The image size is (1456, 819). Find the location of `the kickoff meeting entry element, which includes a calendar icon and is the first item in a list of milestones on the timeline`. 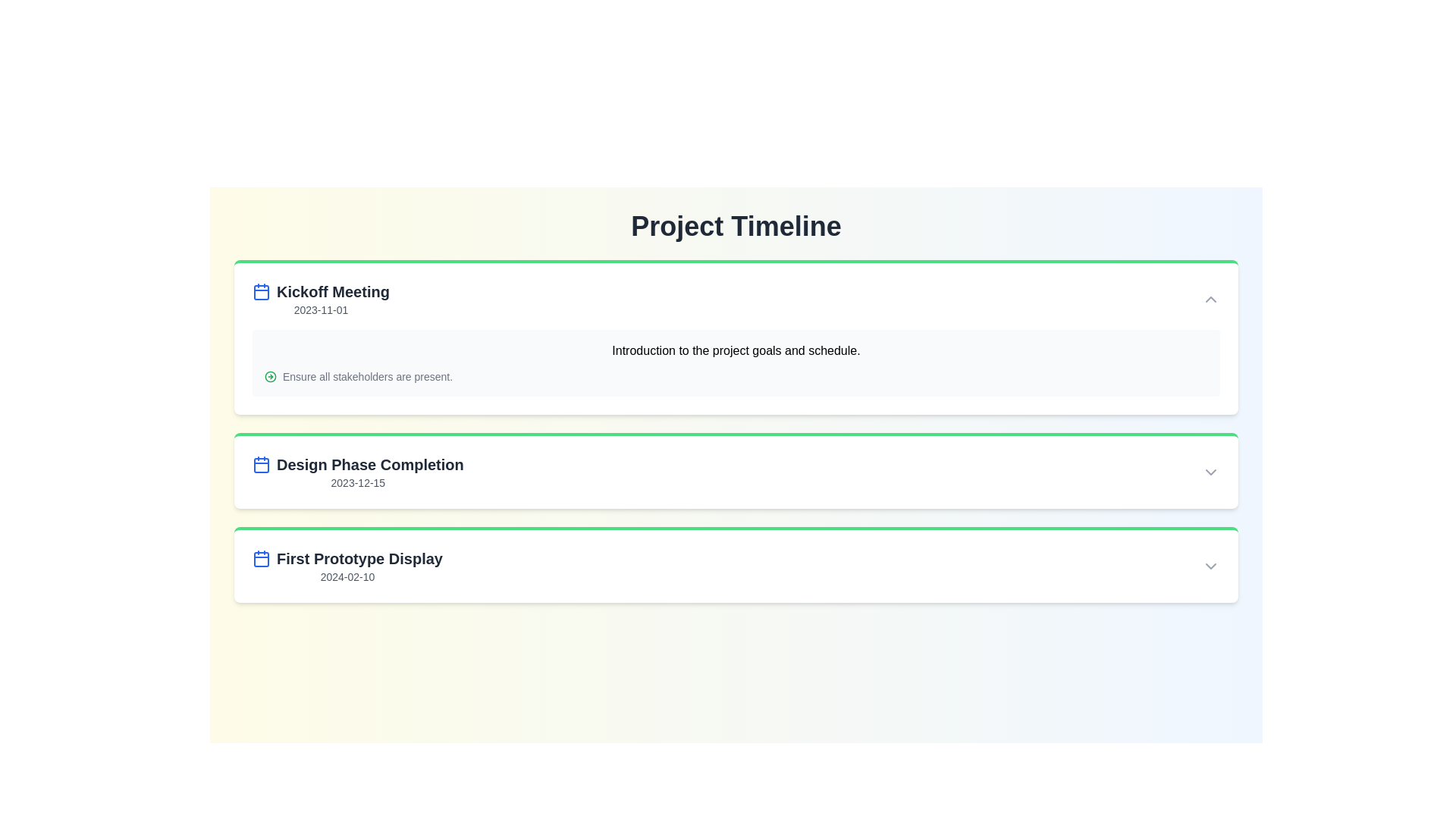

the kickoff meeting entry element, which includes a calendar icon and is the first item in a list of milestones on the timeline is located at coordinates (320, 292).